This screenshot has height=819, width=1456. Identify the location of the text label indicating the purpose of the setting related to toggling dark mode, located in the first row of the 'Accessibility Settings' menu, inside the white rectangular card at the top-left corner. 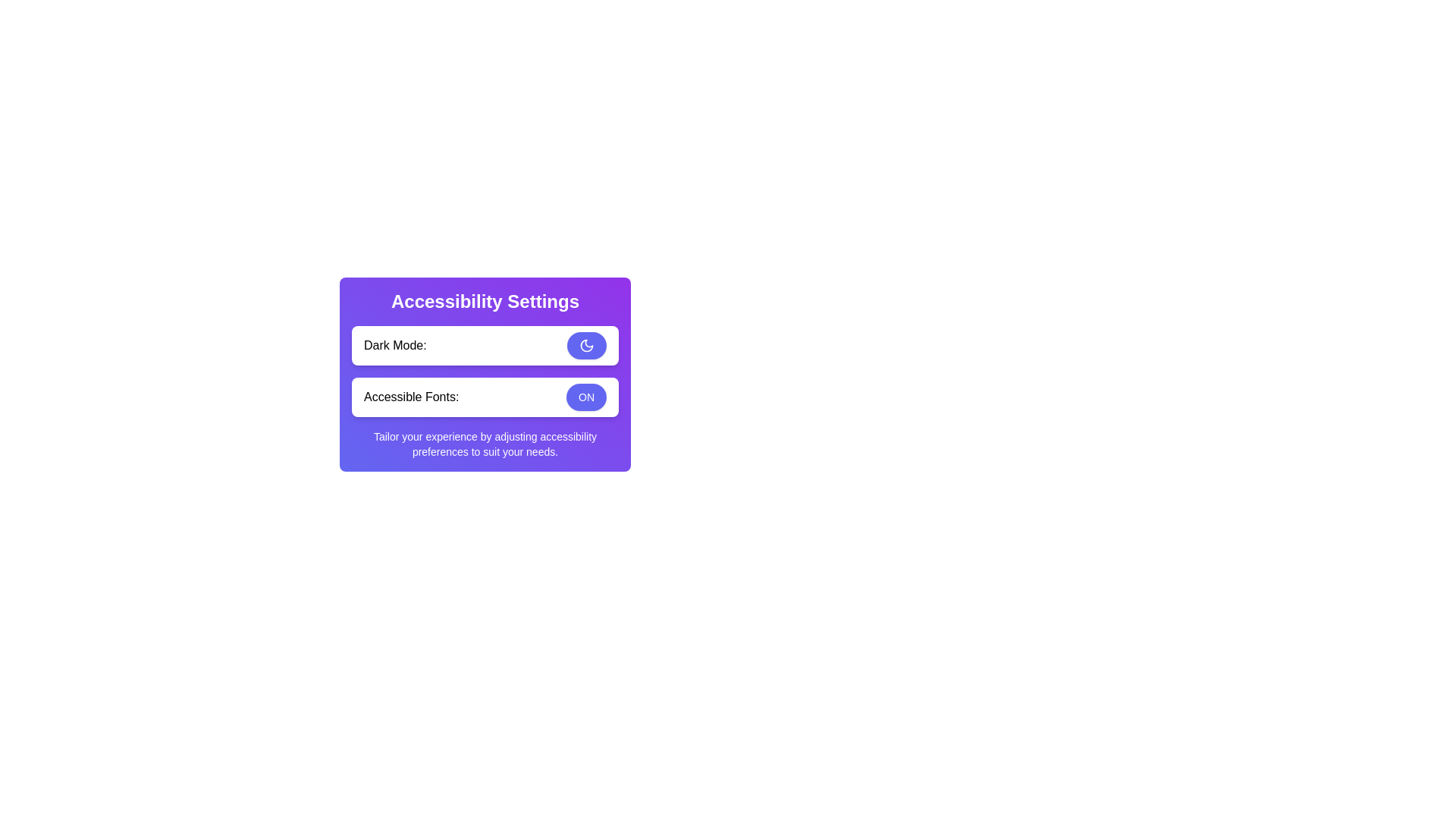
(395, 345).